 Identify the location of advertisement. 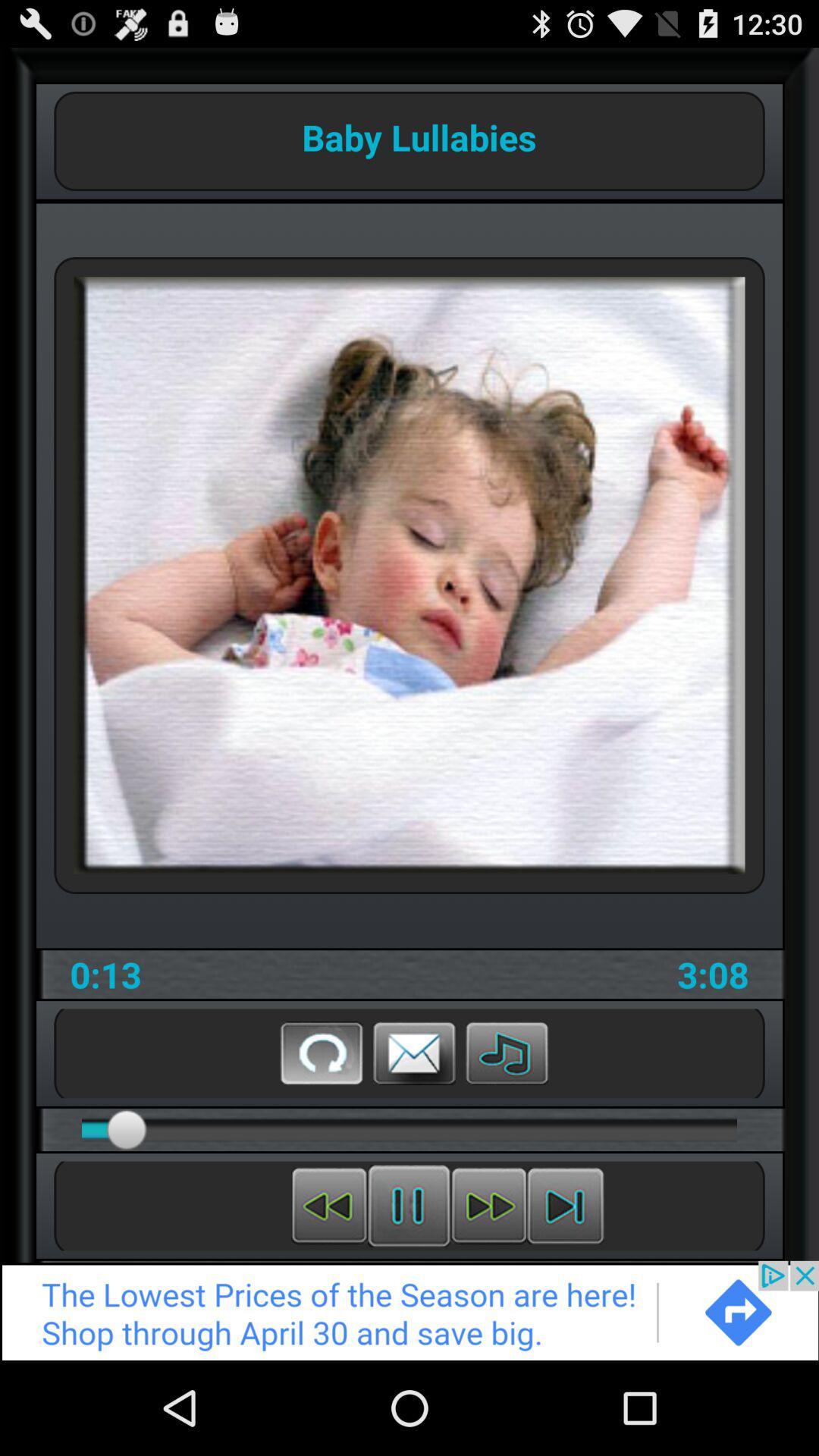
(409, 1310).